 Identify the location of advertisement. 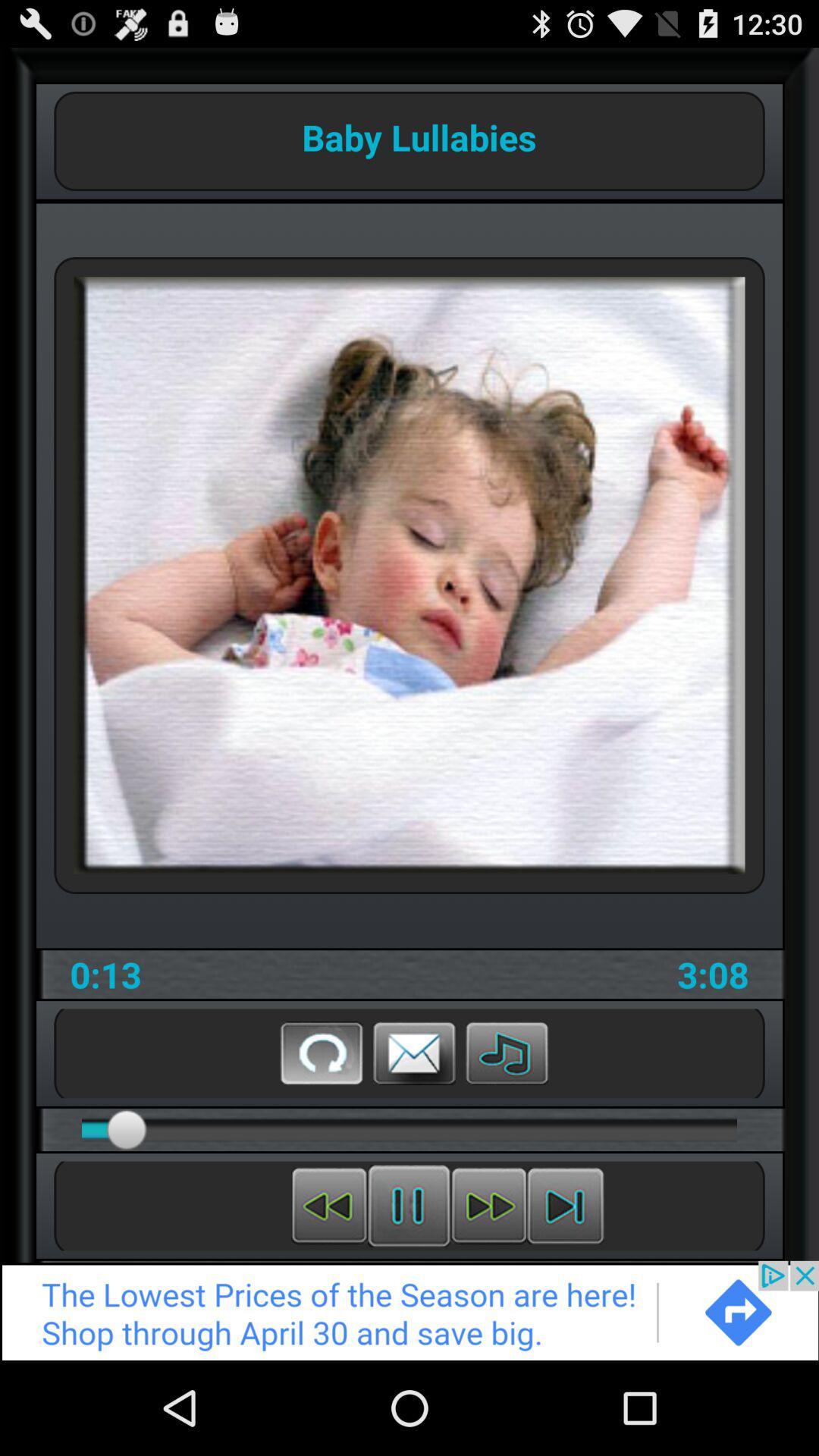
(409, 1310).